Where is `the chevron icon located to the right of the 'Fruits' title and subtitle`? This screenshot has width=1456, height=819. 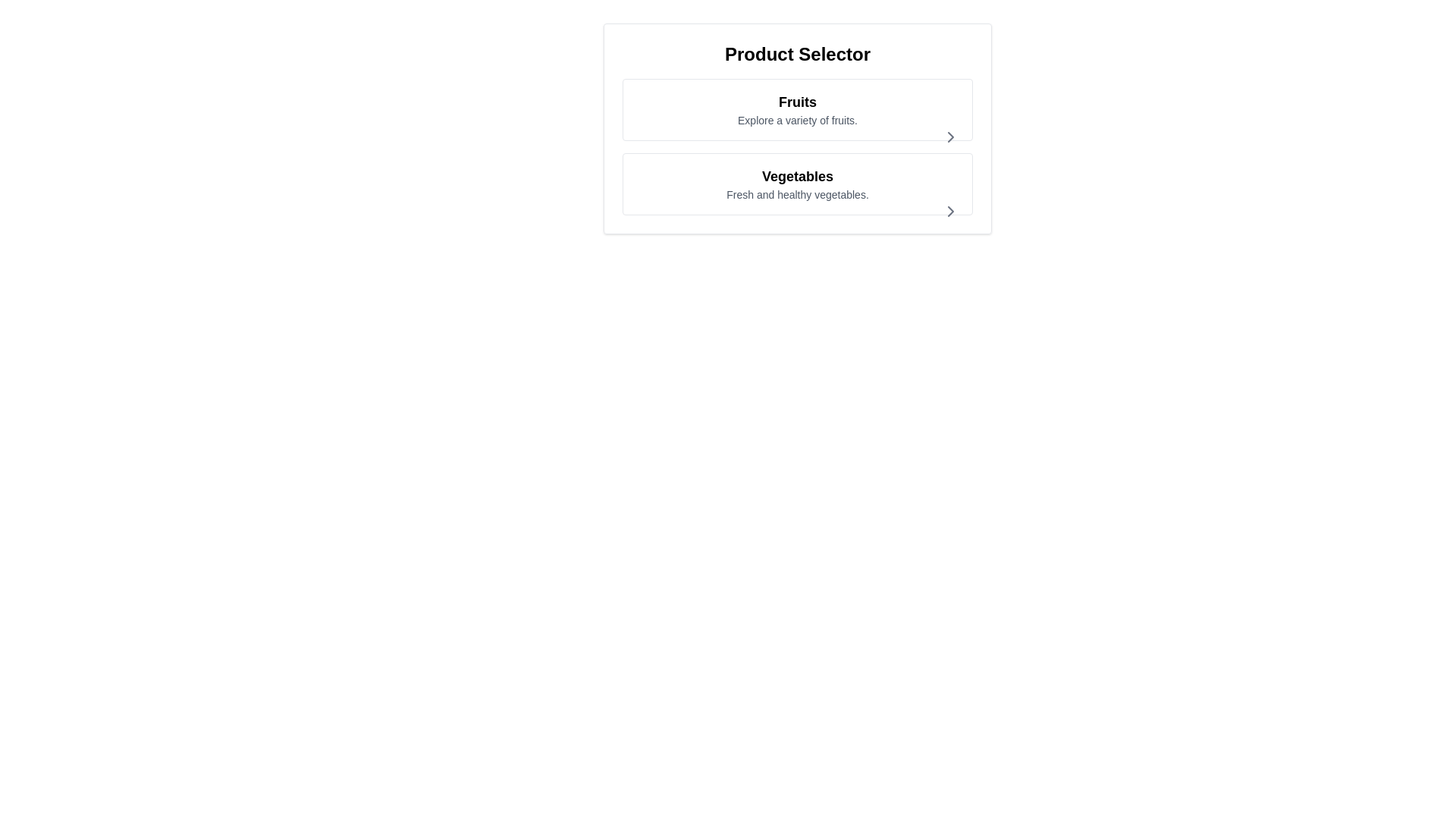 the chevron icon located to the right of the 'Fruits' title and subtitle is located at coordinates (949, 137).